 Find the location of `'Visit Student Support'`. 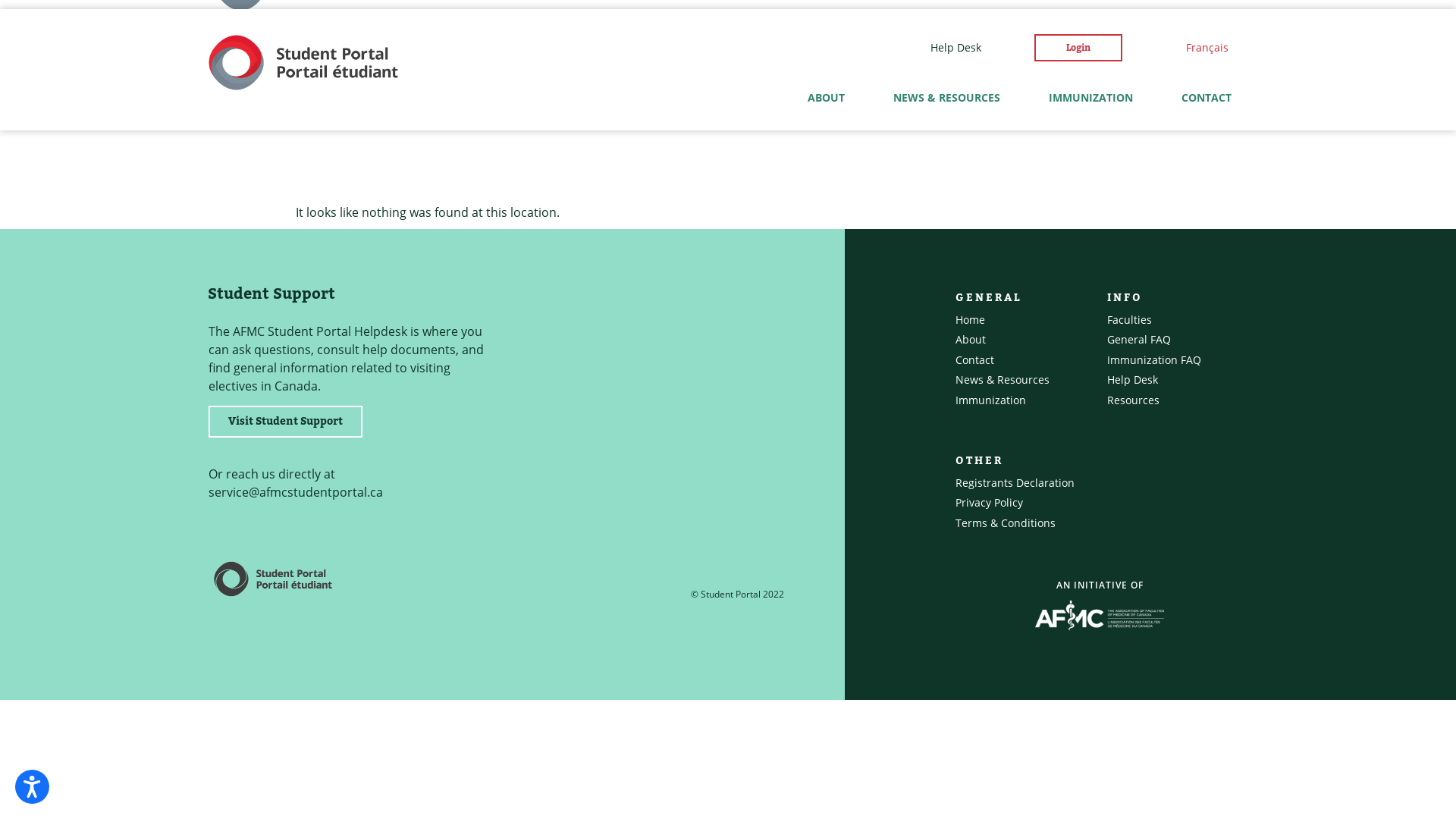

'Visit Student Support' is located at coordinates (285, 421).